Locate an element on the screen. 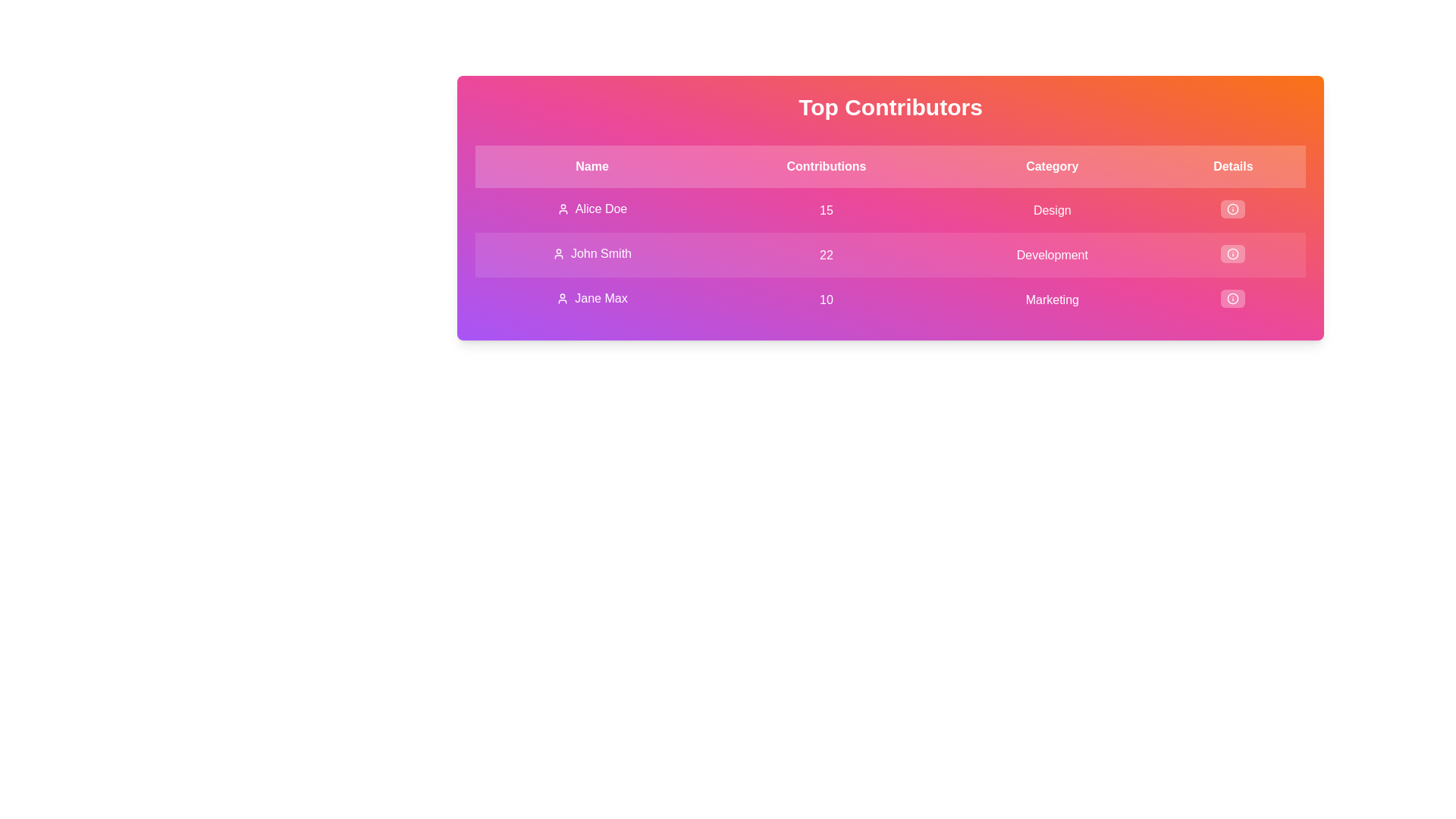 This screenshot has width=1456, height=819. the SVG circle shape in the 'Details' column of the 'Top Contributors' table corresponding to 'Development.' is located at coordinates (1233, 253).